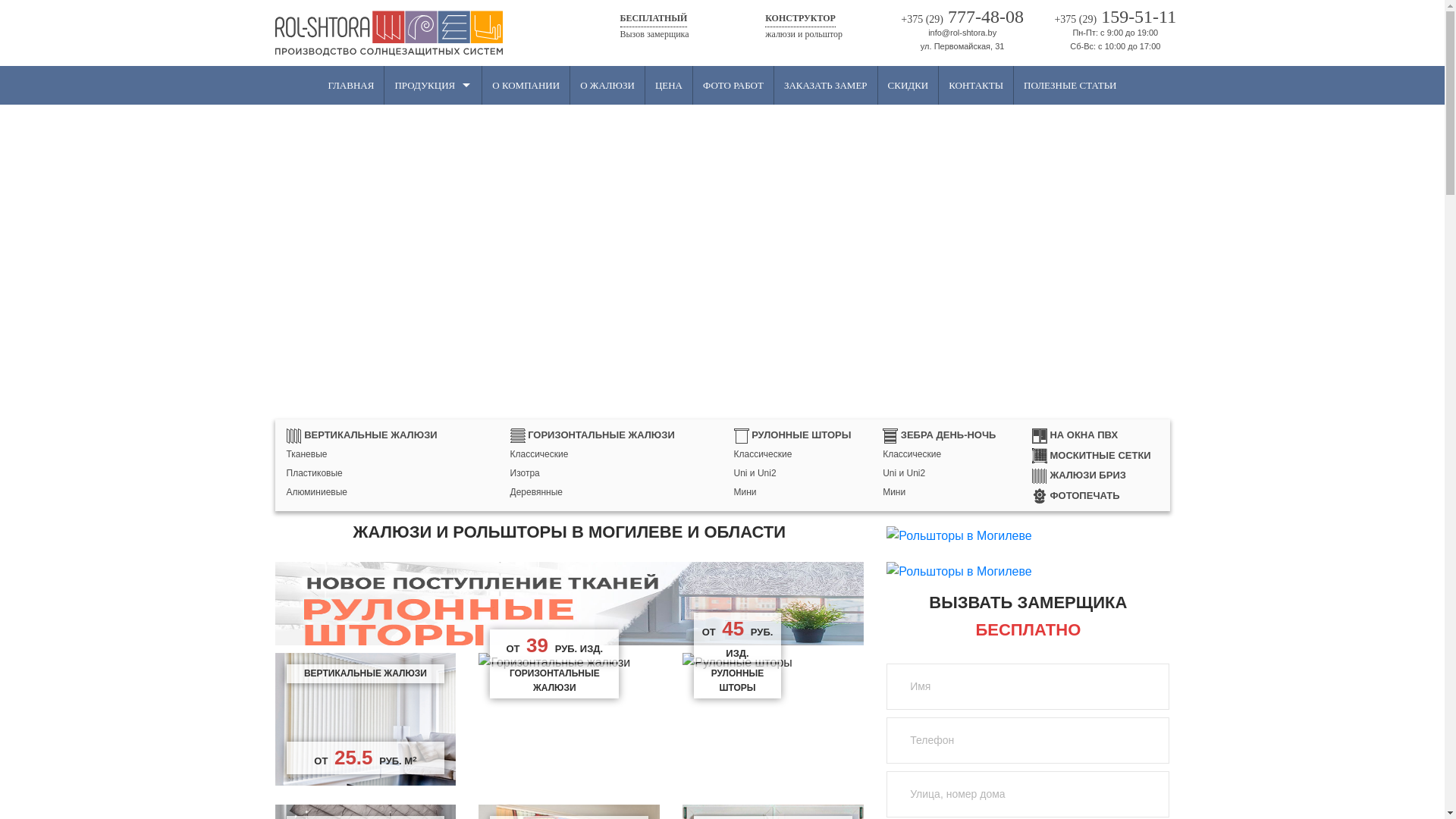  What do you see at coordinates (1115, 17) in the screenshot?
I see `'+375 (29) 159-51-11'` at bounding box center [1115, 17].